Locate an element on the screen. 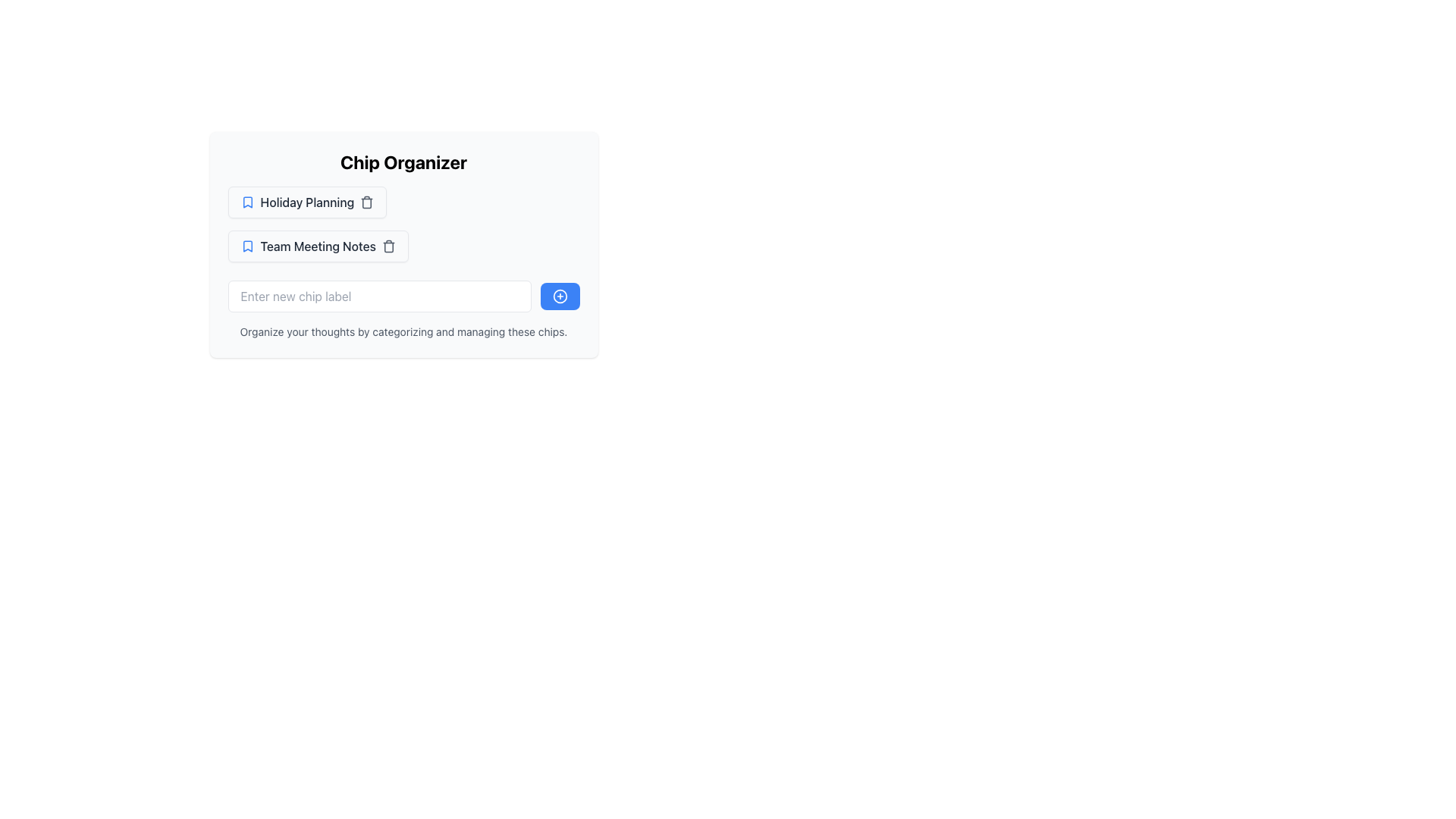 This screenshot has width=1456, height=819. the SVG Circle element that visually represents an add or create action, which is part of a button located to the right of an input box is located at coordinates (559, 296).